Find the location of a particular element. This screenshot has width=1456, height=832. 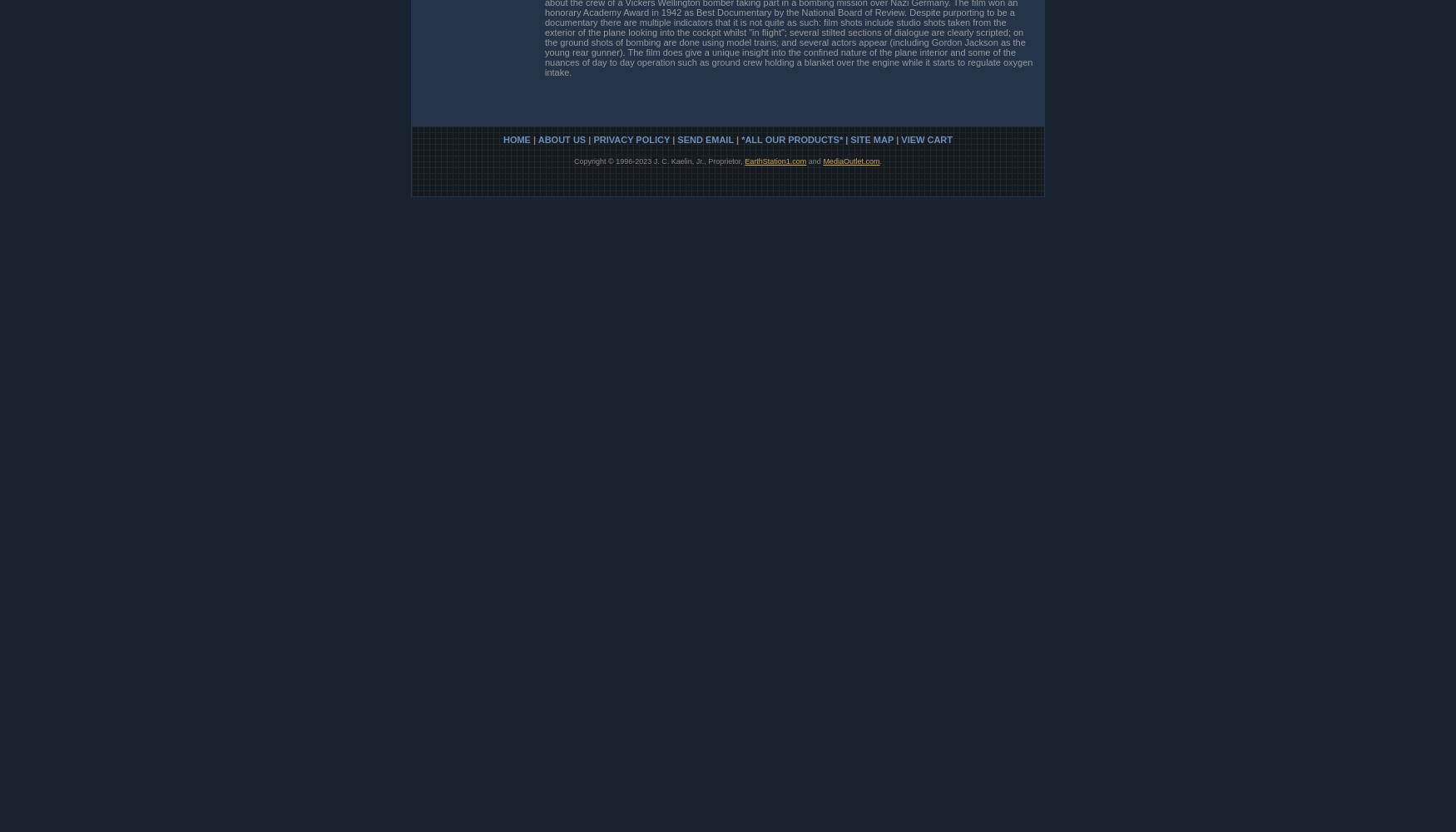

'privacy policy' is located at coordinates (630, 139).